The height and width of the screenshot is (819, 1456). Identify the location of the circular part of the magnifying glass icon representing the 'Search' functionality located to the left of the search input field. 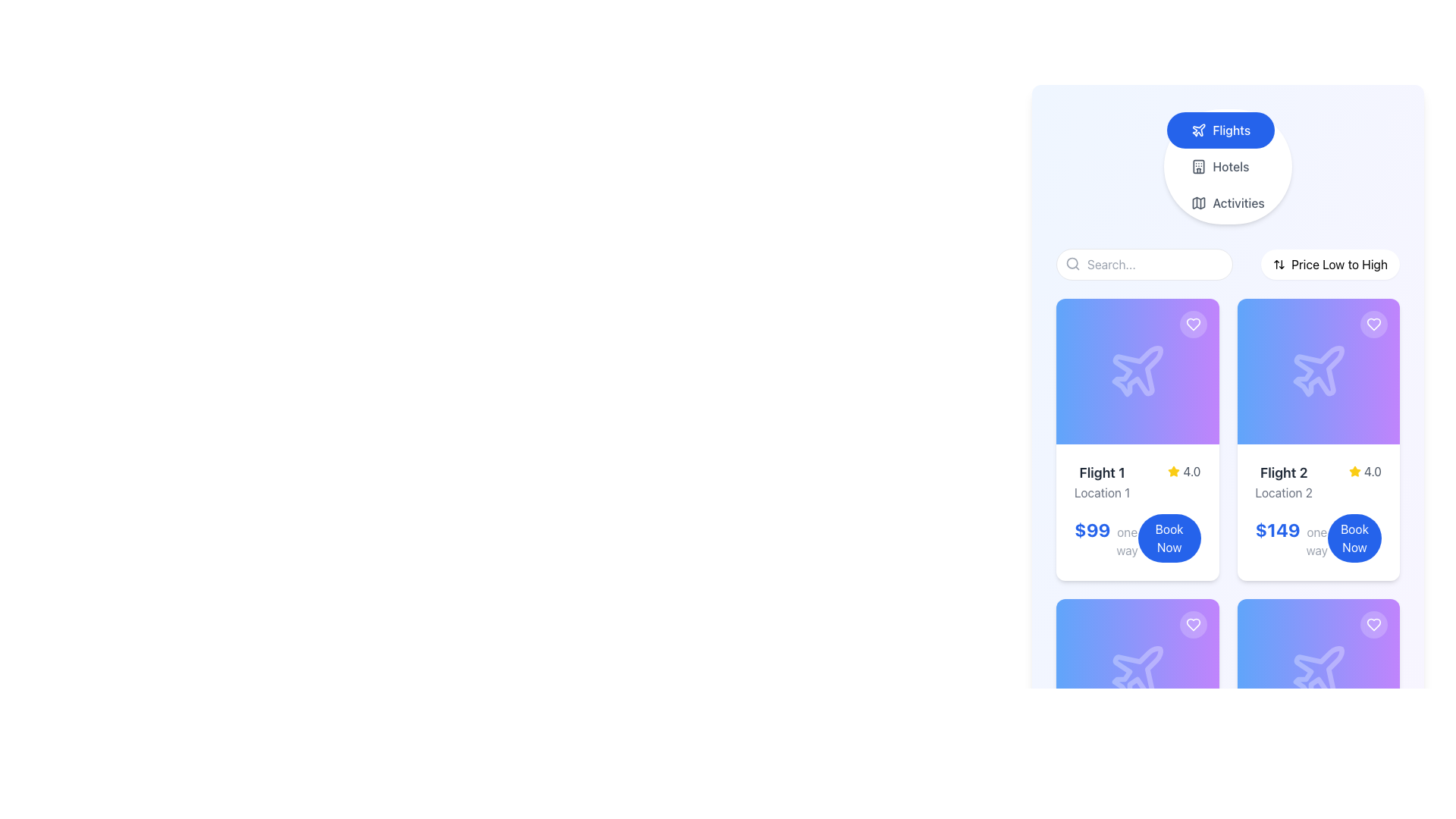
(1072, 262).